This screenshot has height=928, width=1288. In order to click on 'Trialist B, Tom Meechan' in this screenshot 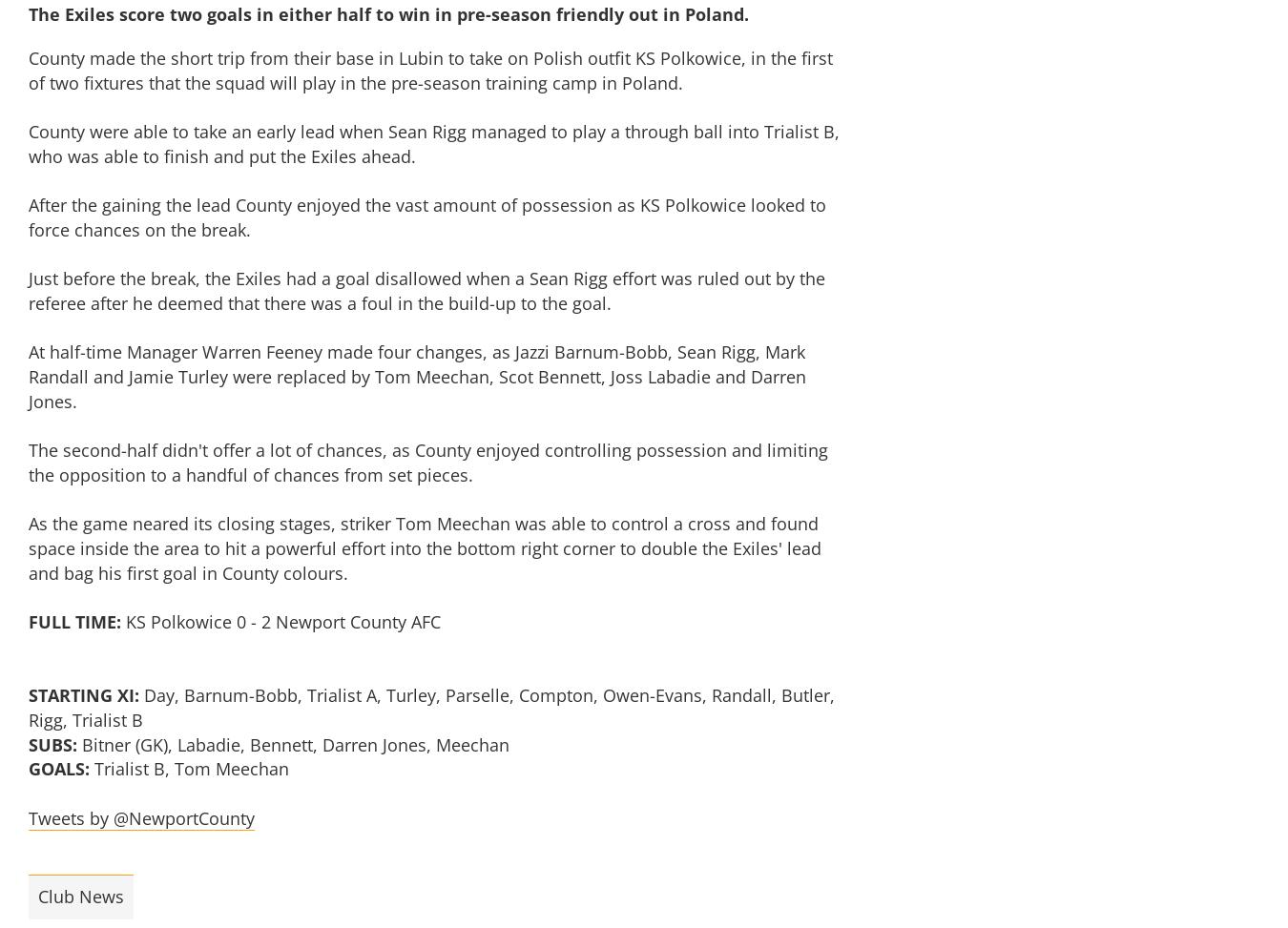, I will do `click(192, 768)`.